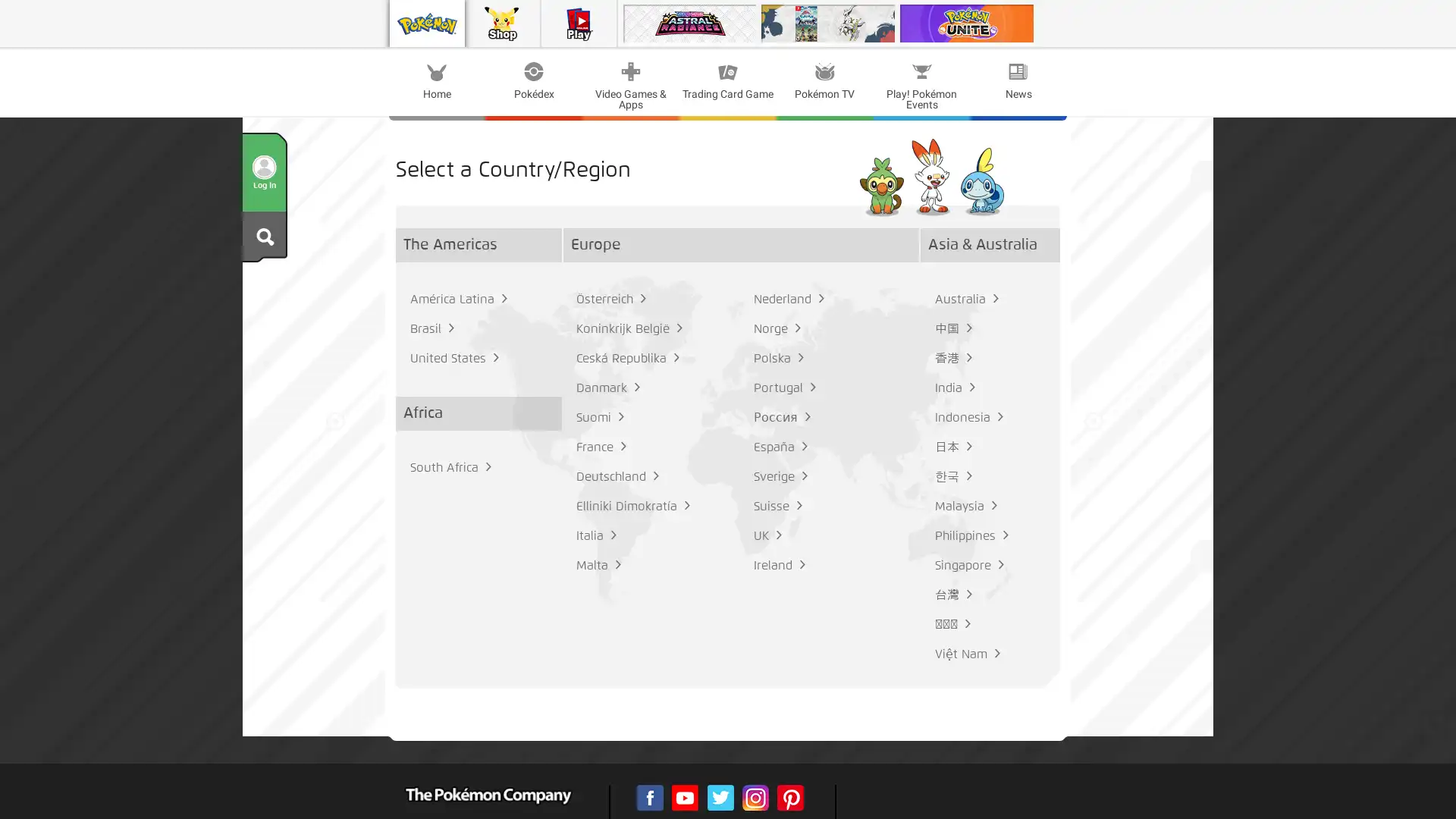 The width and height of the screenshot is (1456, 819). Describe the element at coordinates (672, 237) in the screenshot. I see `Manage Cookies` at that location.